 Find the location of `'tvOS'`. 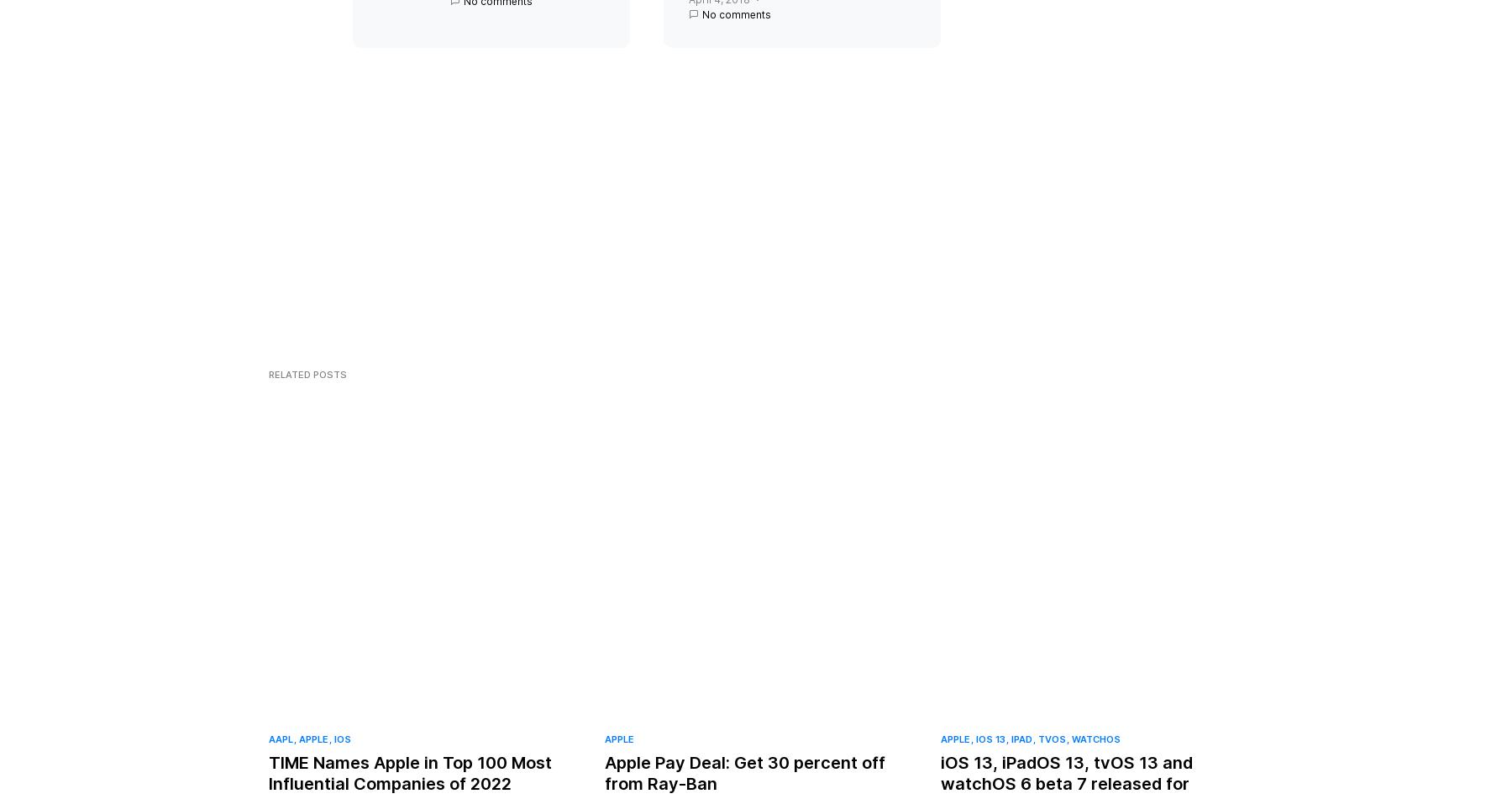

'tvOS' is located at coordinates (1052, 754).